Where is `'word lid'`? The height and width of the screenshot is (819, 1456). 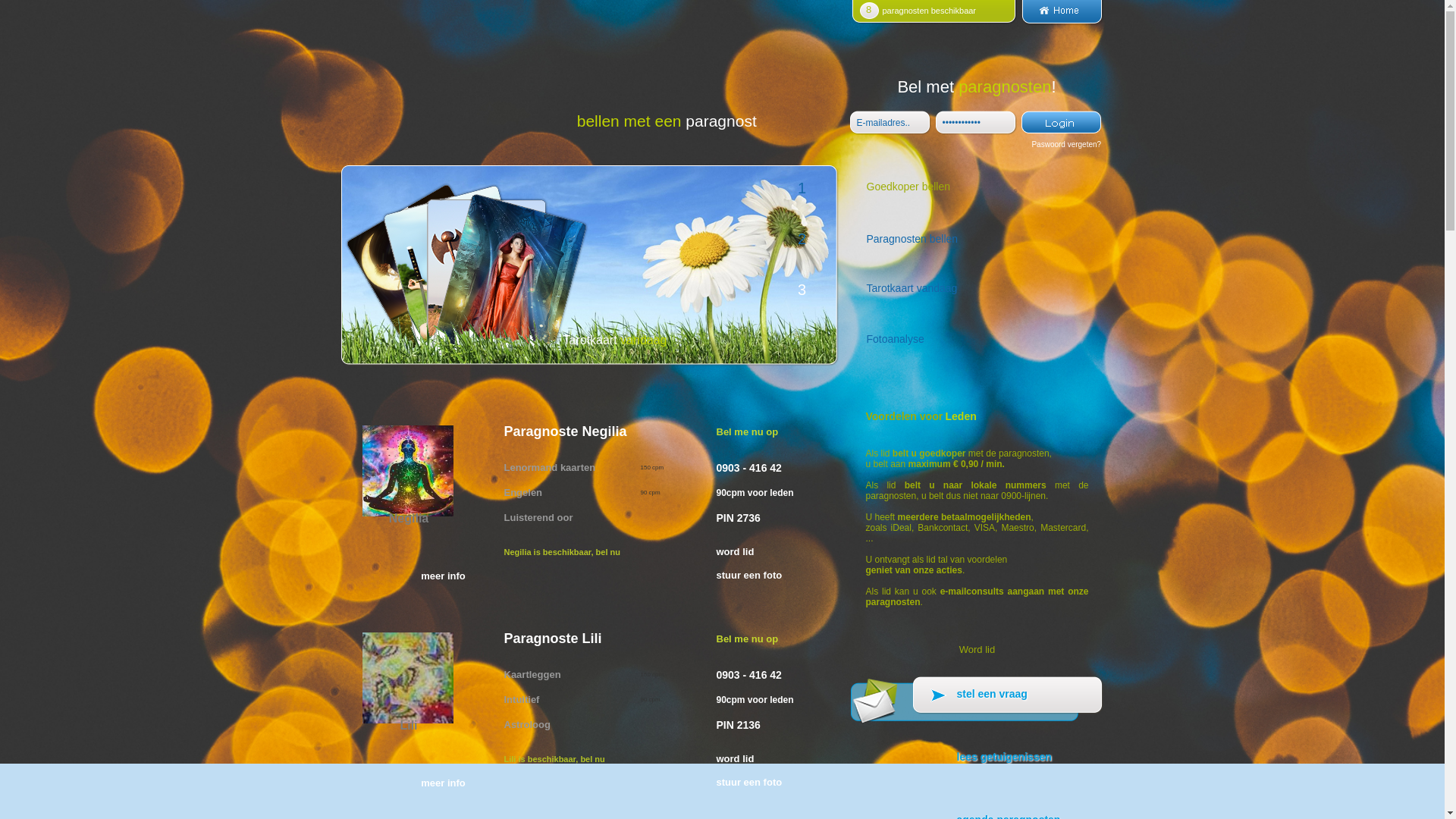
'word lid' is located at coordinates (768, 551).